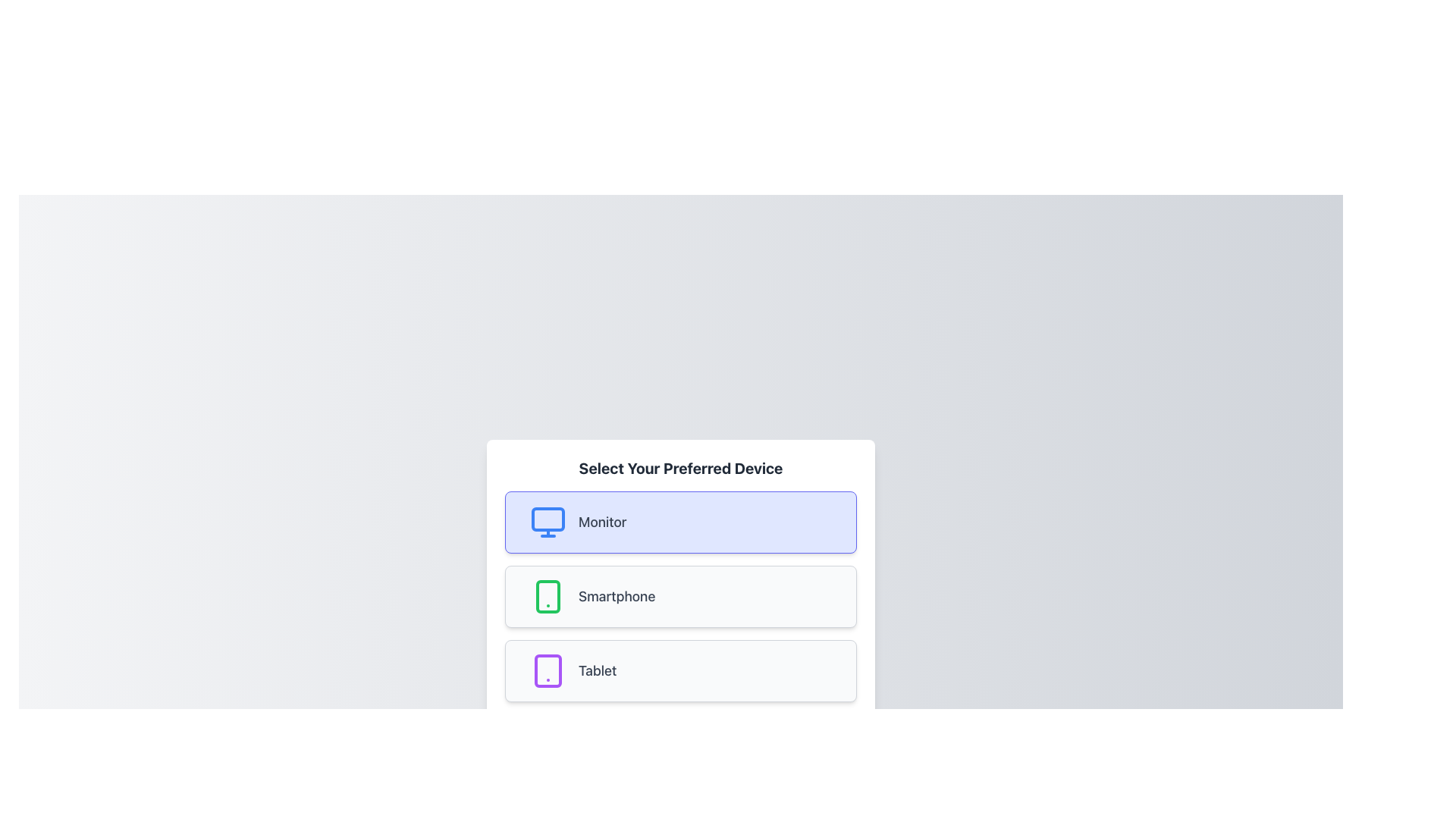 The image size is (1456, 819). Describe the element at coordinates (548, 595) in the screenshot. I see `the decorative shape at the upper portion of the 'Smartphone' icon in the 'Select Your Preferred Device' list` at that location.